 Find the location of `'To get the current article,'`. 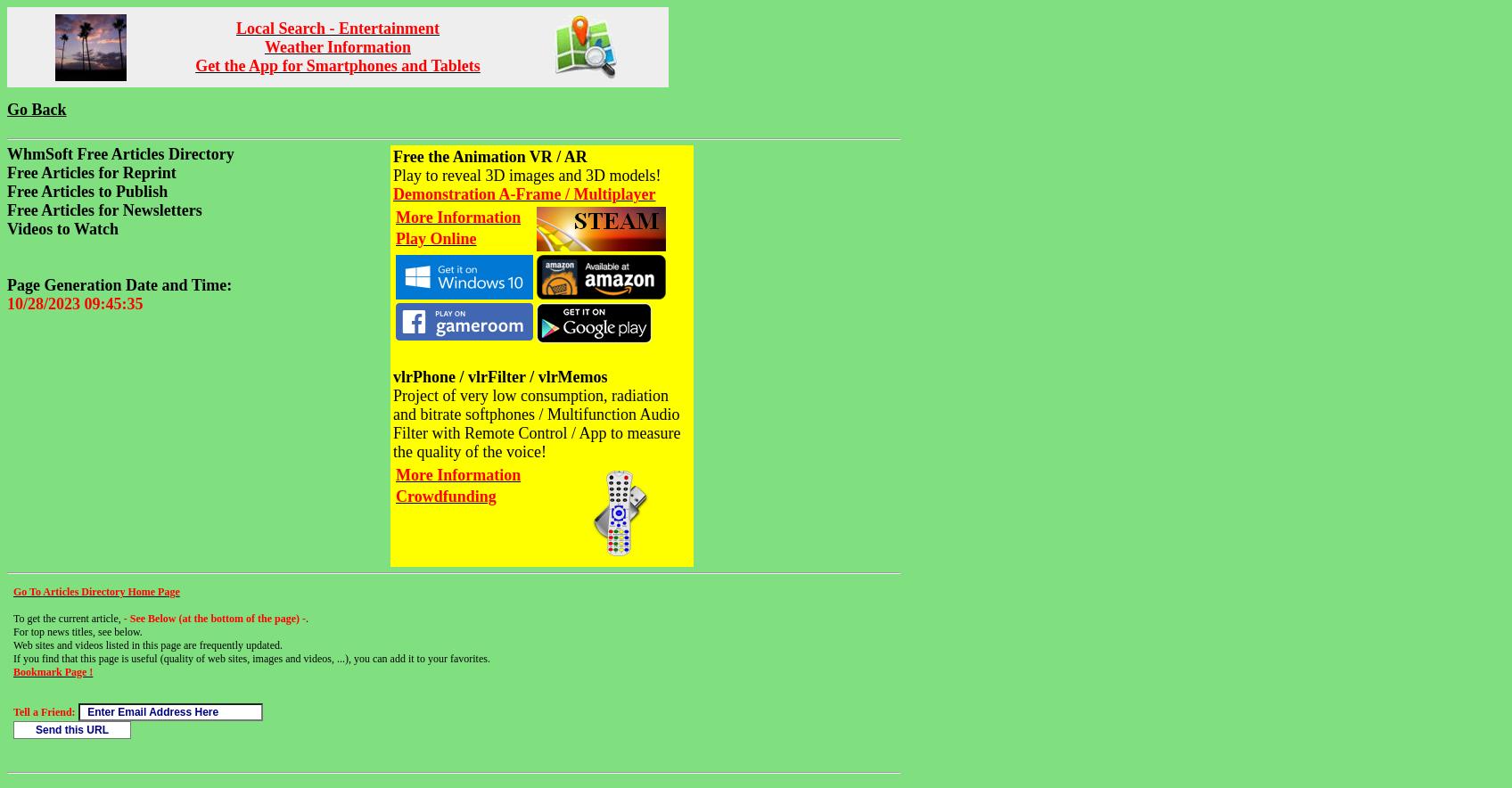

'To get the current article,' is located at coordinates (67, 619).